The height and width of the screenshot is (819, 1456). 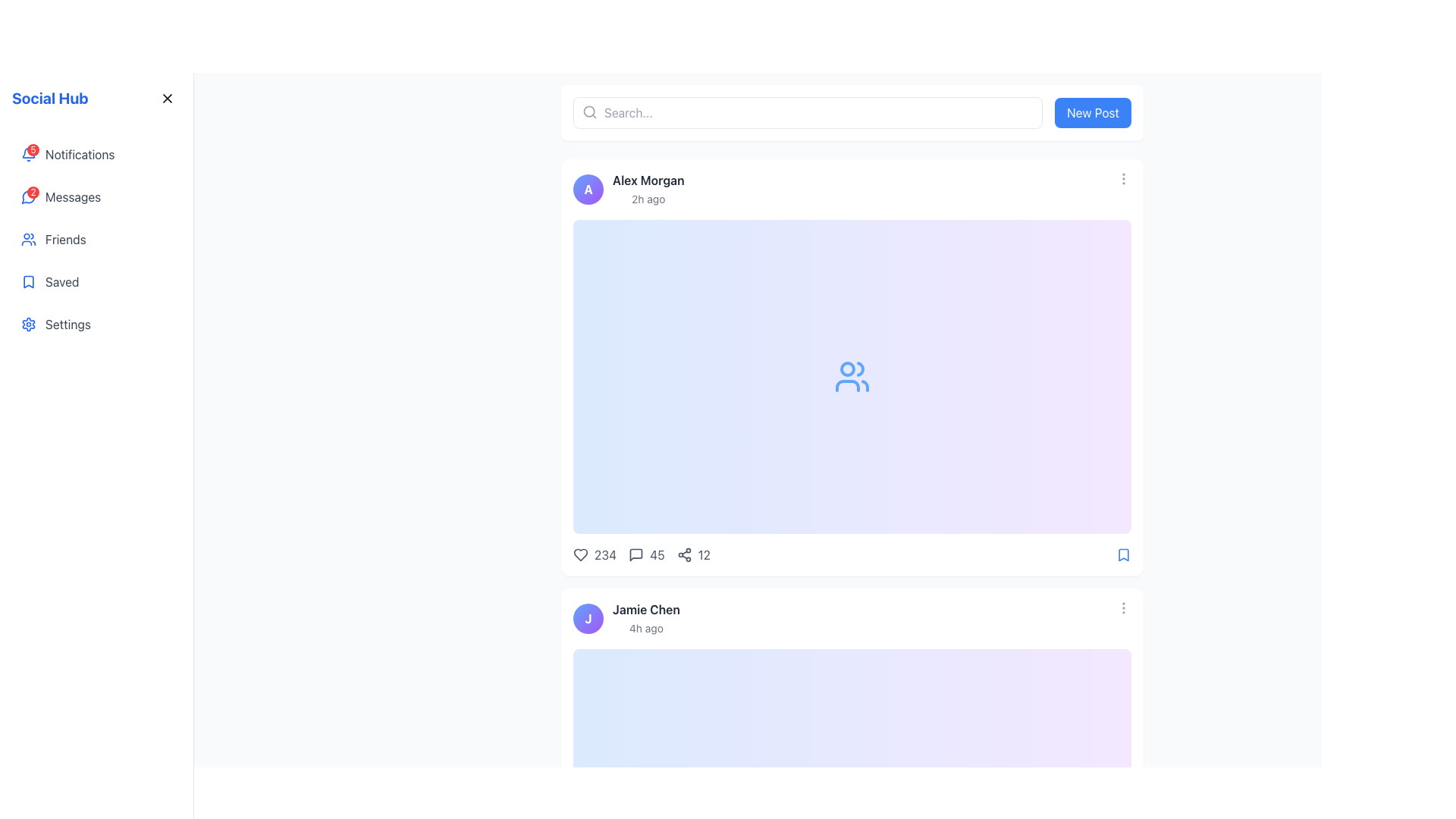 What do you see at coordinates (72, 196) in the screenshot?
I see `the 'Messages' text label in the vertical navigation menu, which is styled in gray and located to the right of a chat bubble icon` at bounding box center [72, 196].